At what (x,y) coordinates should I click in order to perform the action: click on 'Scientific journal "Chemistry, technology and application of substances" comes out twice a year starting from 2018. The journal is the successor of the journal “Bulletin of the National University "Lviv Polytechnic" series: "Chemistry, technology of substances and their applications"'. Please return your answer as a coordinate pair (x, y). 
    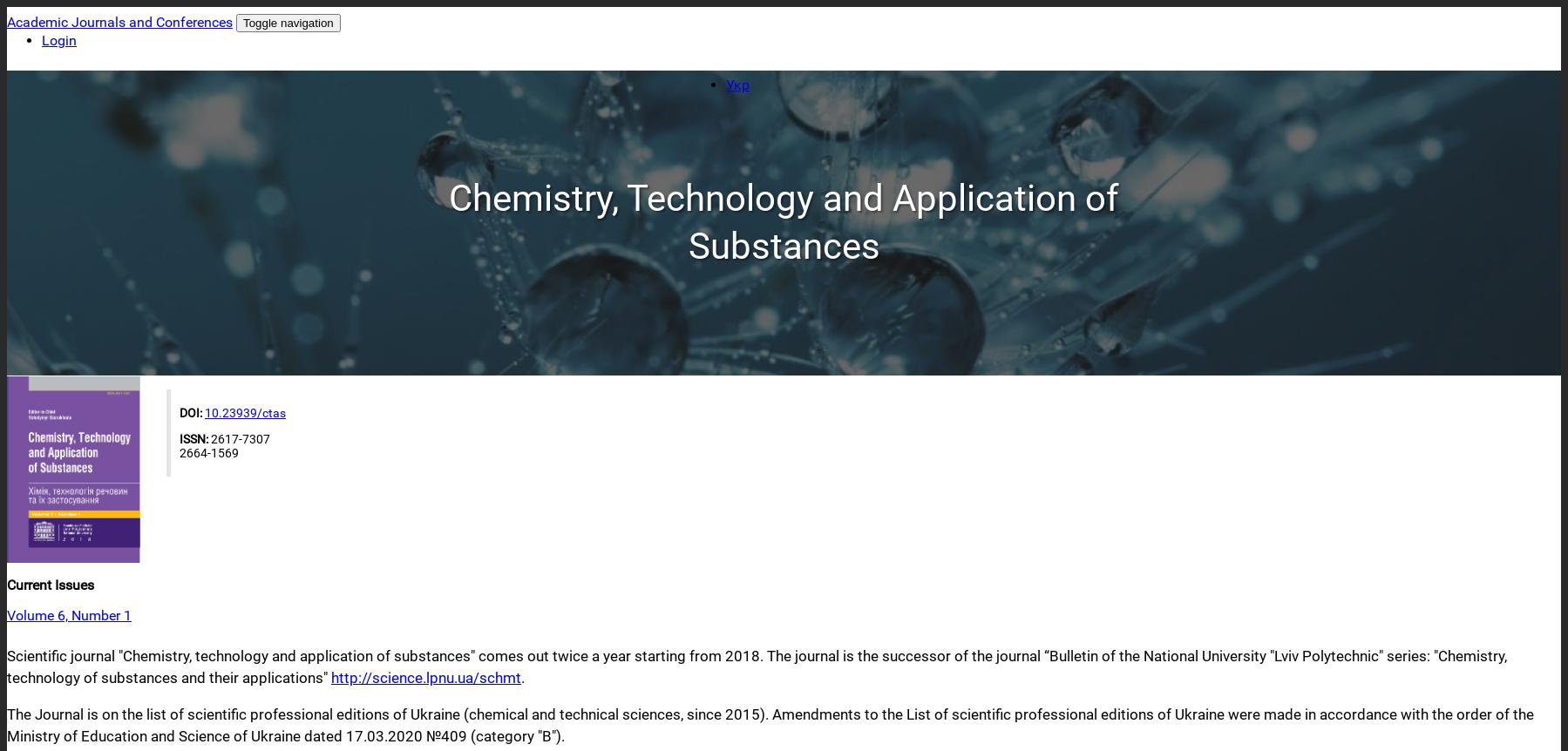
    Looking at the image, I should click on (756, 666).